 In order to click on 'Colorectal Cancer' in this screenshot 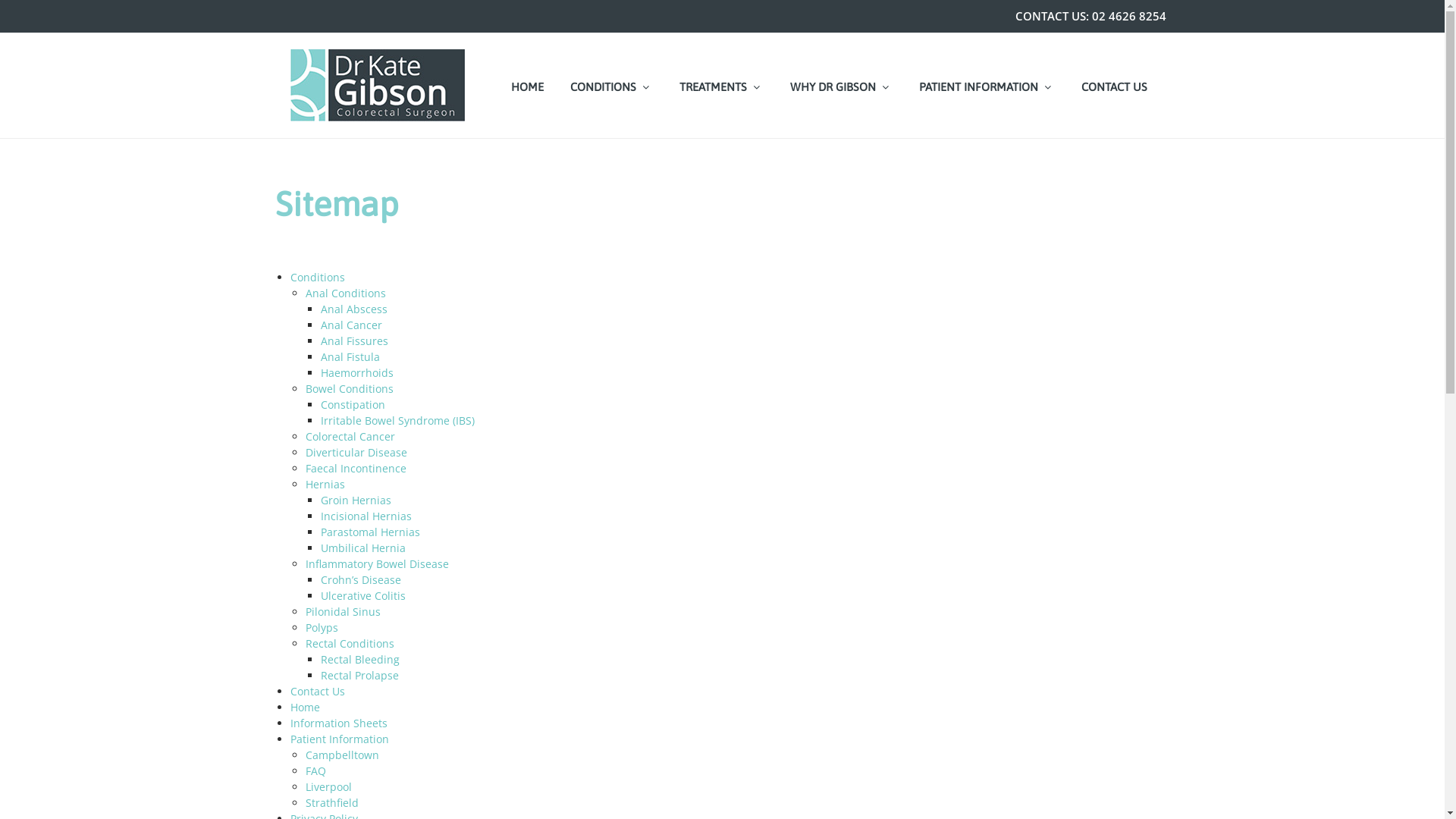, I will do `click(348, 436)`.